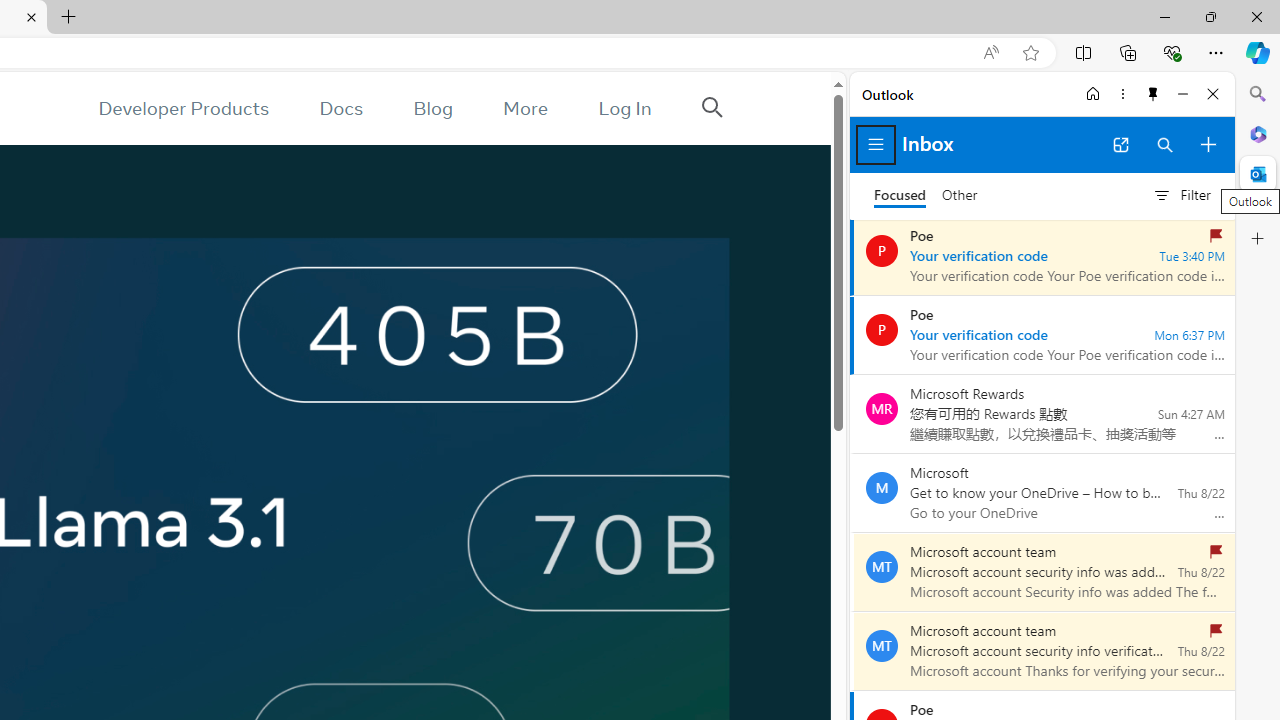 The width and height of the screenshot is (1280, 720). What do you see at coordinates (1207, 144) in the screenshot?
I see `'Compose new mail'` at bounding box center [1207, 144].